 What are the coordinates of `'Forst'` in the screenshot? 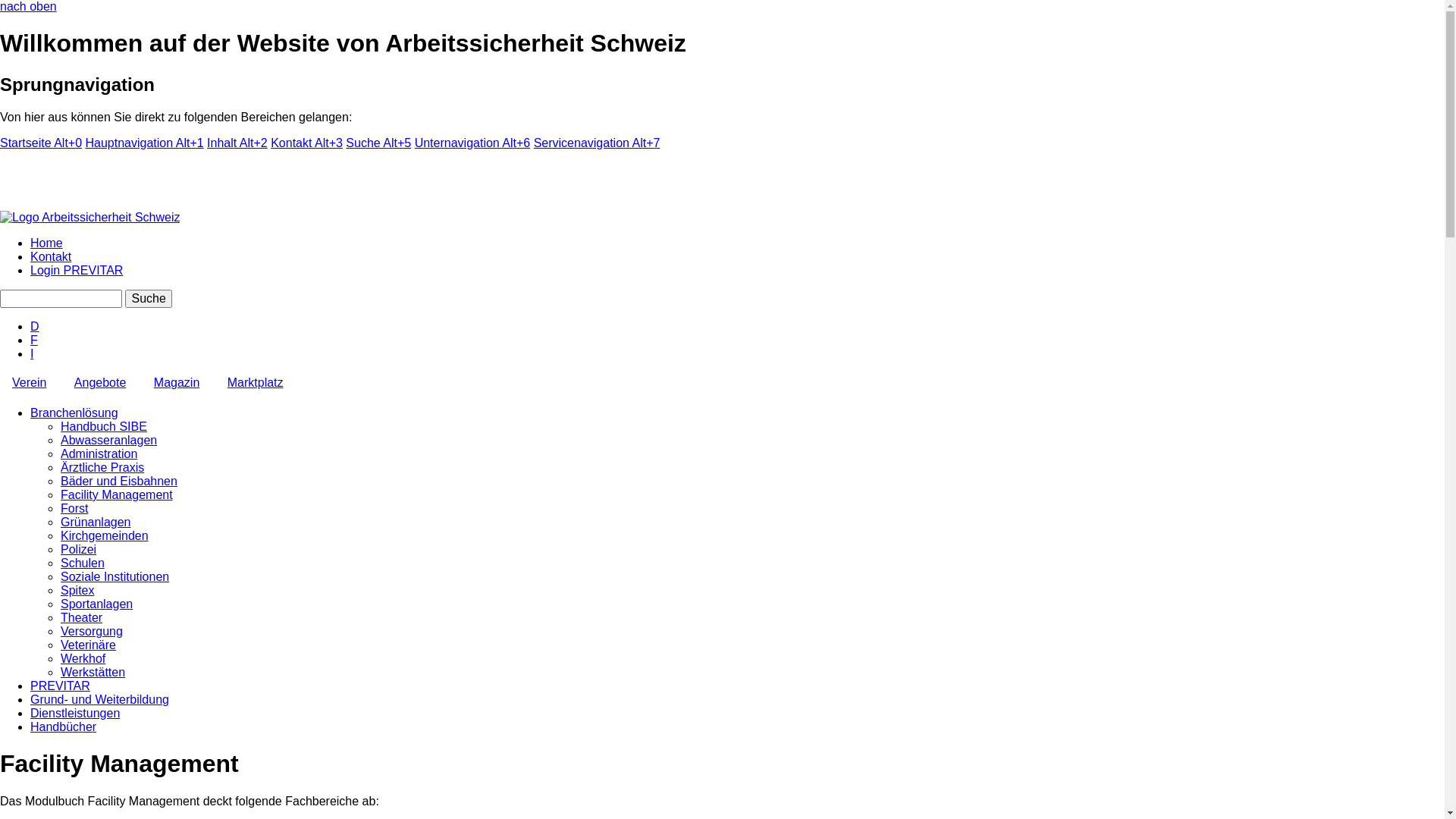 It's located at (73, 508).